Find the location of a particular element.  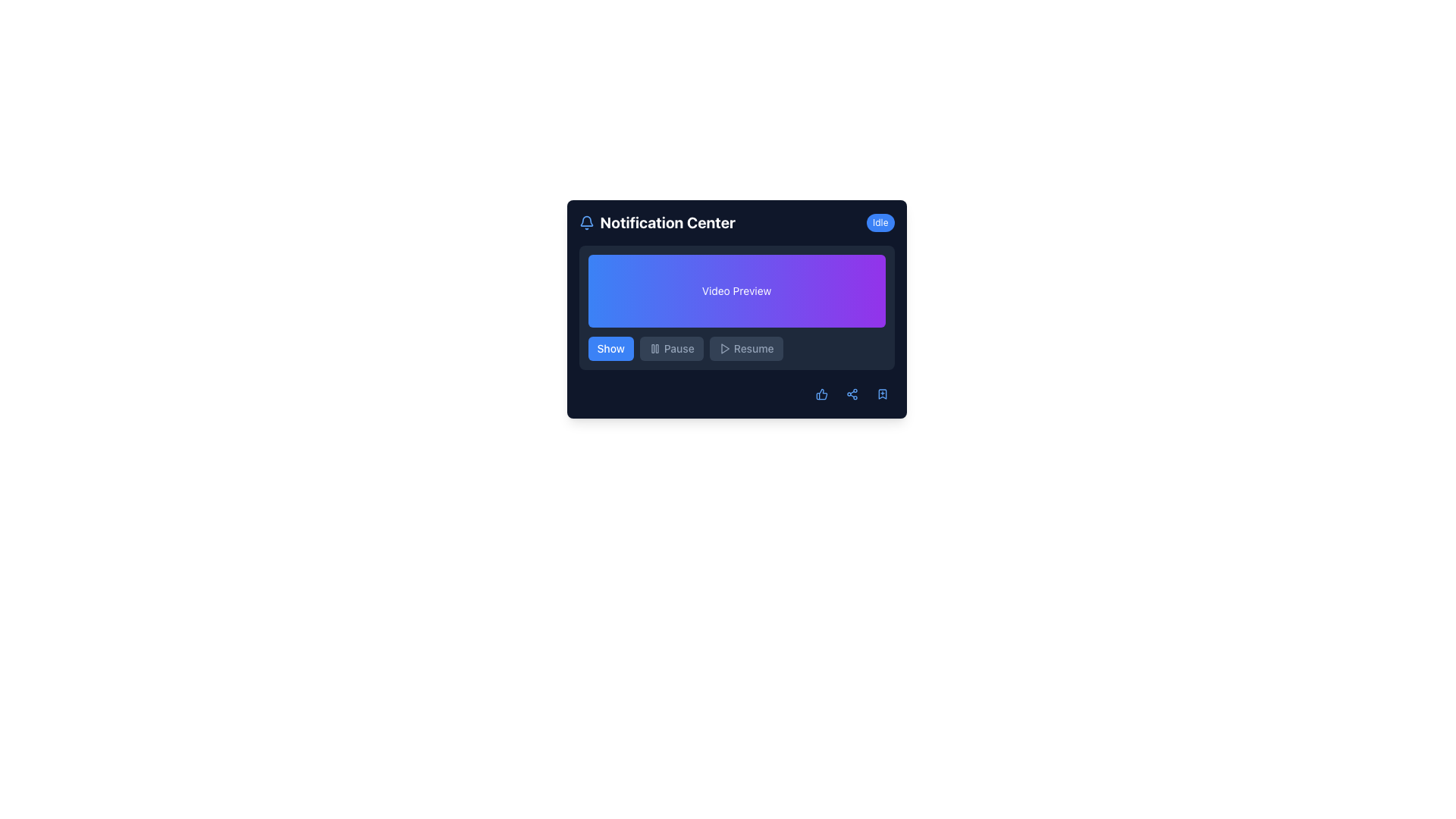

the 'Resume' button with a dark slate background and light gray text, featuring a triangular play icon on its left side is located at coordinates (746, 348).